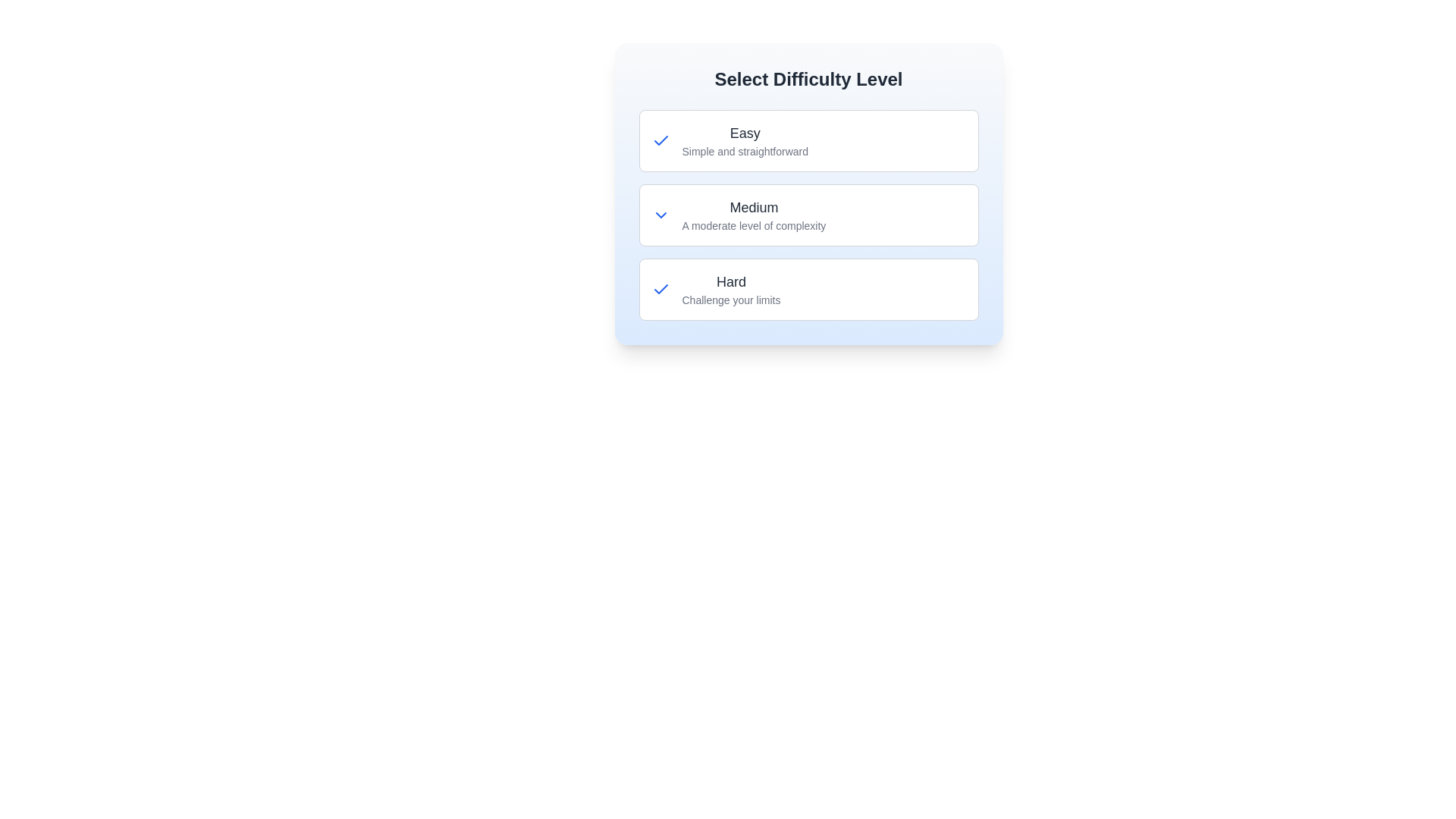 This screenshot has height=819, width=1456. What do you see at coordinates (808, 215) in the screenshot?
I see `the 'Medium' difficulty selectable list item, which is the second item in the vertical list of difficulty levels, featuring a bold title and a white background` at bounding box center [808, 215].